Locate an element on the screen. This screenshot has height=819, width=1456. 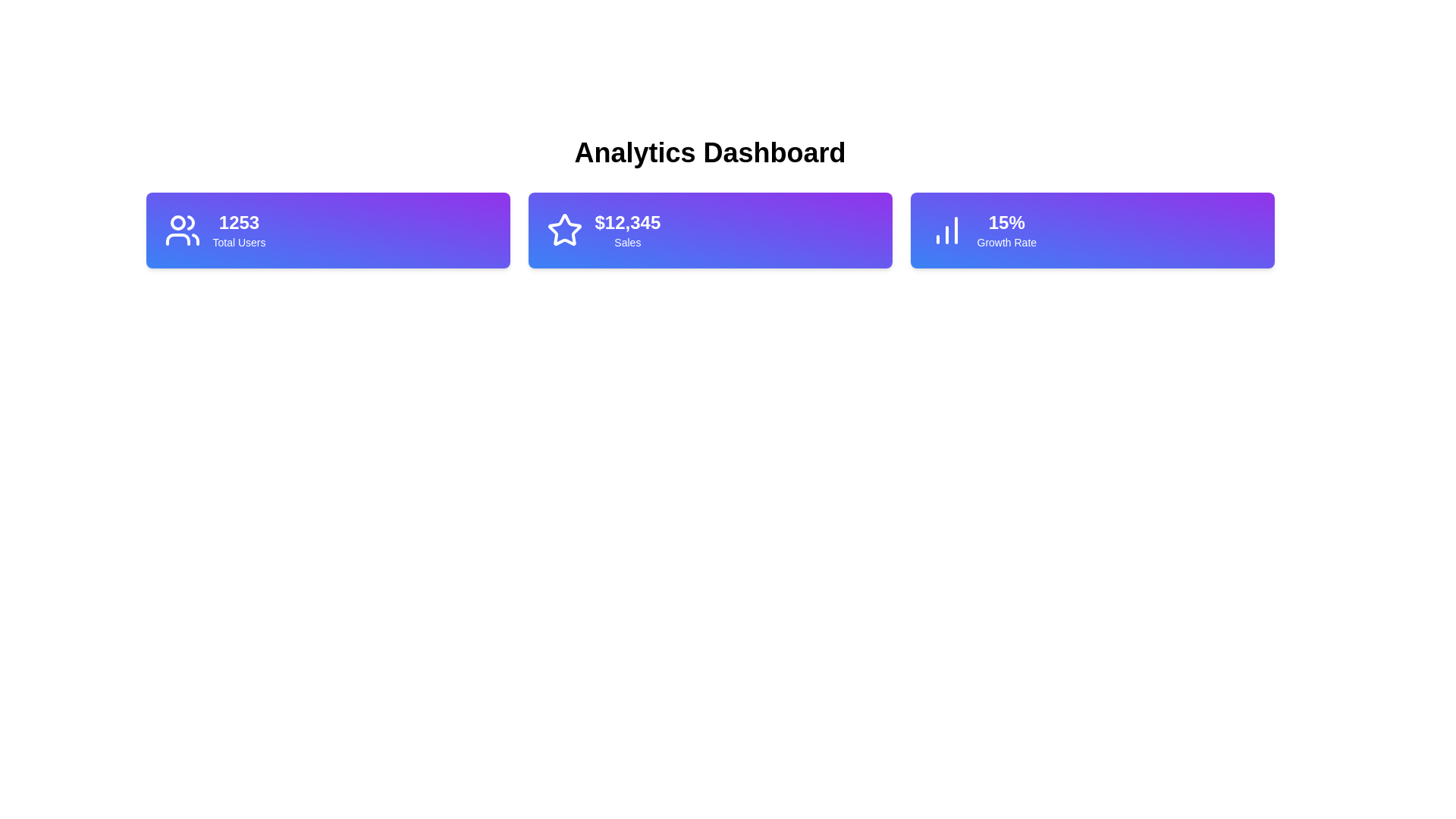
information displayed on the text component showing '$12,345' Sales, which is prominently styled in bold on a purple background card is located at coordinates (627, 231).